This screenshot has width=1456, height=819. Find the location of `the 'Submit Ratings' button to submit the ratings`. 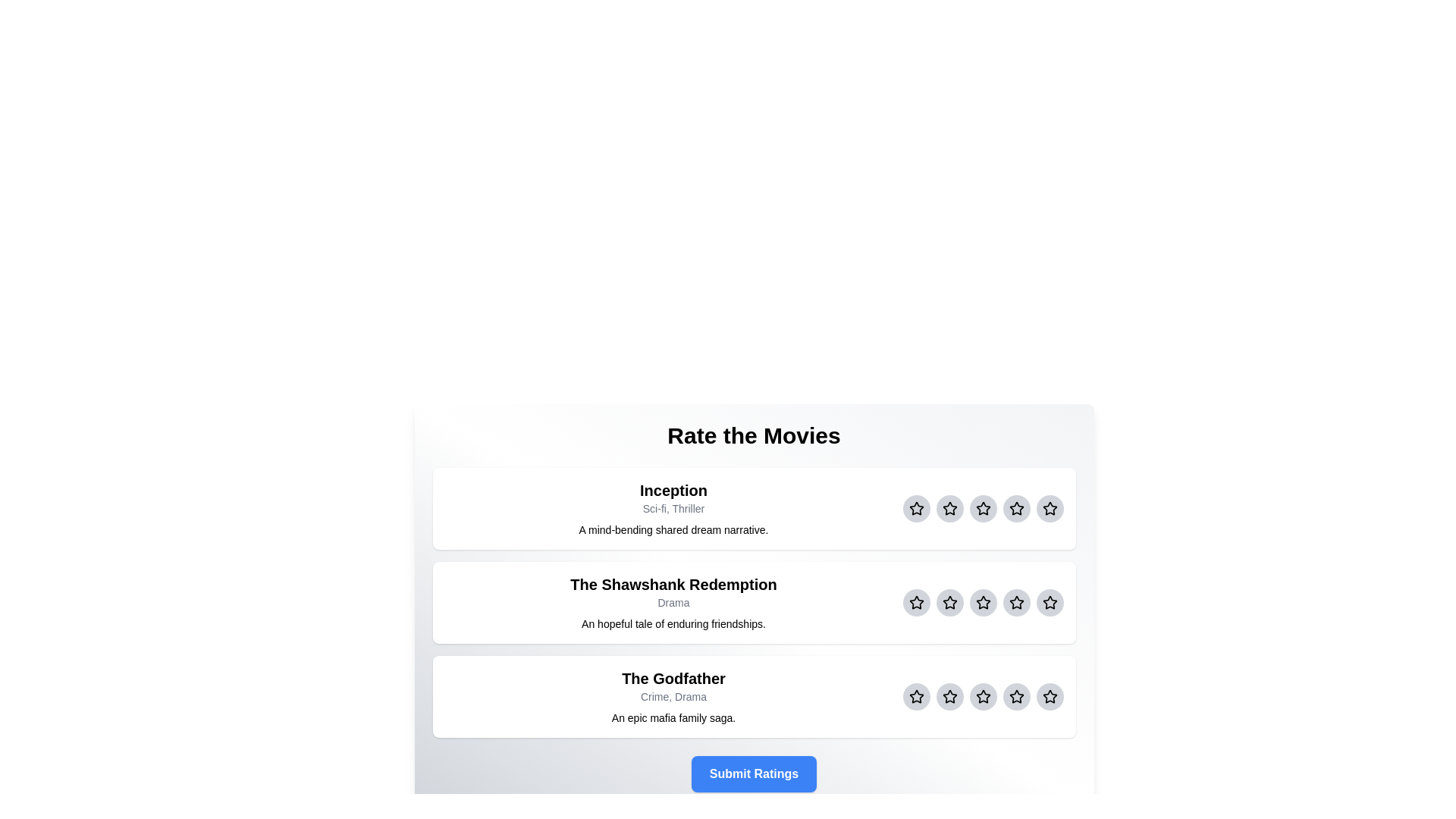

the 'Submit Ratings' button to submit the ratings is located at coordinates (754, 774).